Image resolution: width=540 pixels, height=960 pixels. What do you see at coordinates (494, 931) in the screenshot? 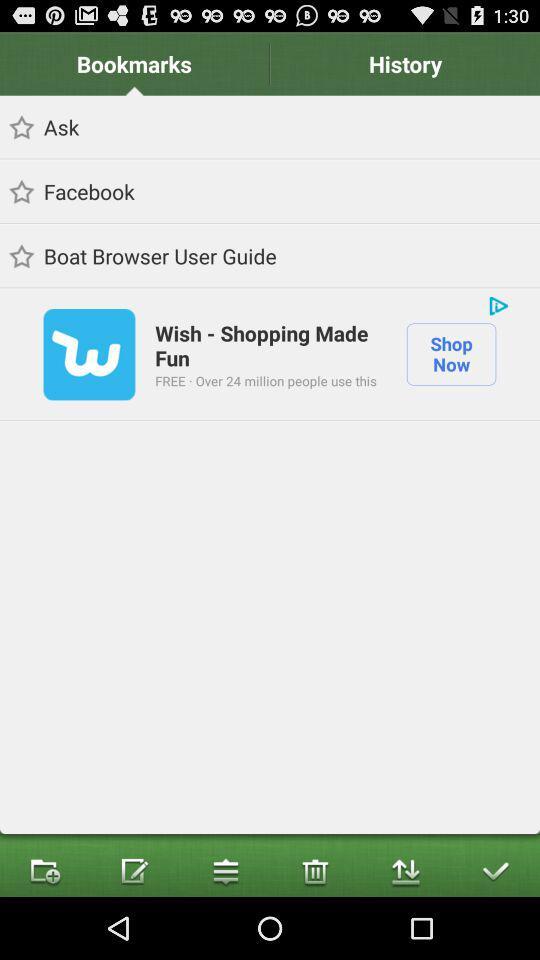
I see `the check icon` at bounding box center [494, 931].